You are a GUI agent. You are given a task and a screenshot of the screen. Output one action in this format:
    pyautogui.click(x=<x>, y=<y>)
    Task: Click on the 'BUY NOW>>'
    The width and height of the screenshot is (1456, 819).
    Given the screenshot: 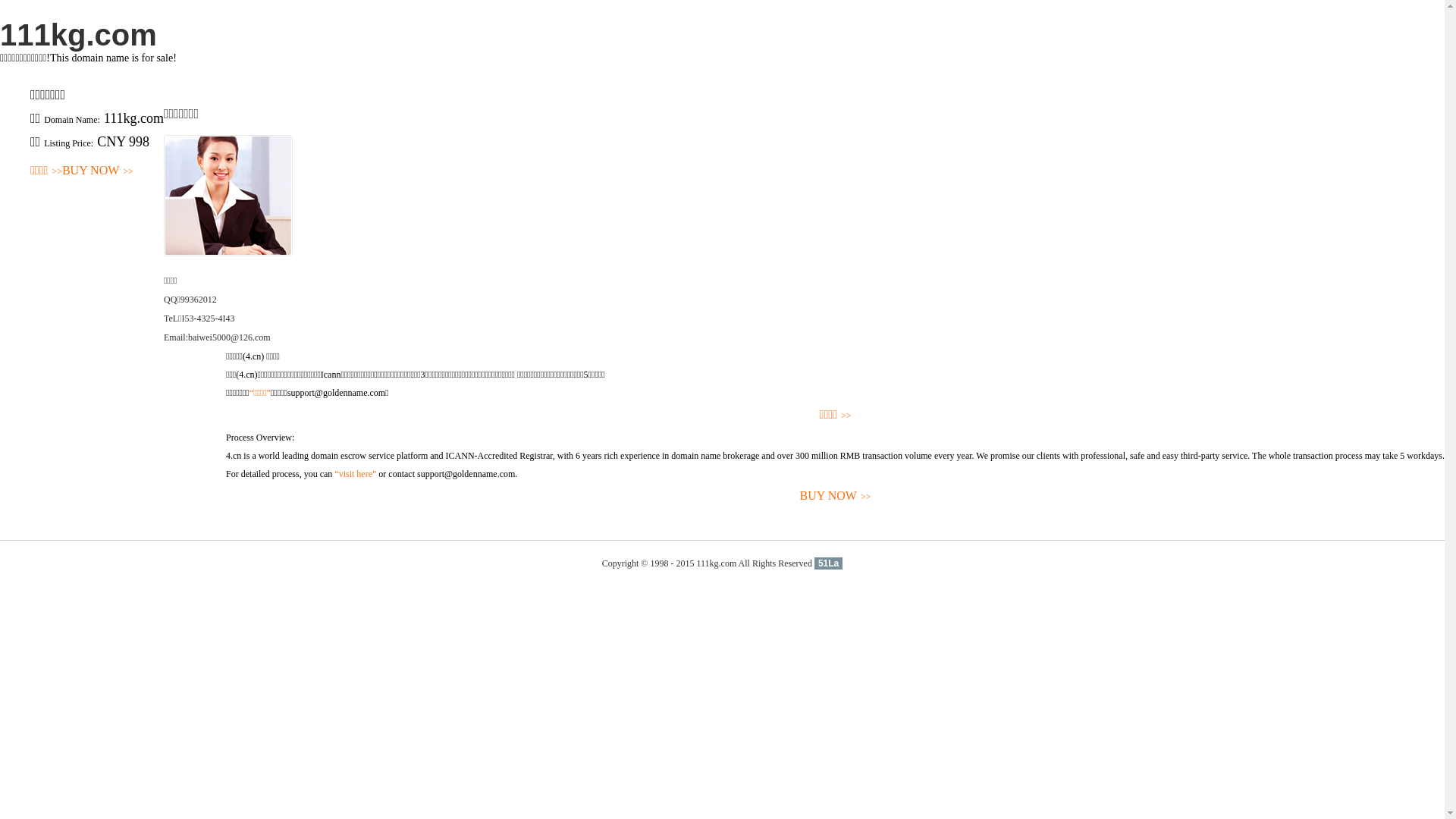 What is the action you would take?
    pyautogui.click(x=61, y=171)
    